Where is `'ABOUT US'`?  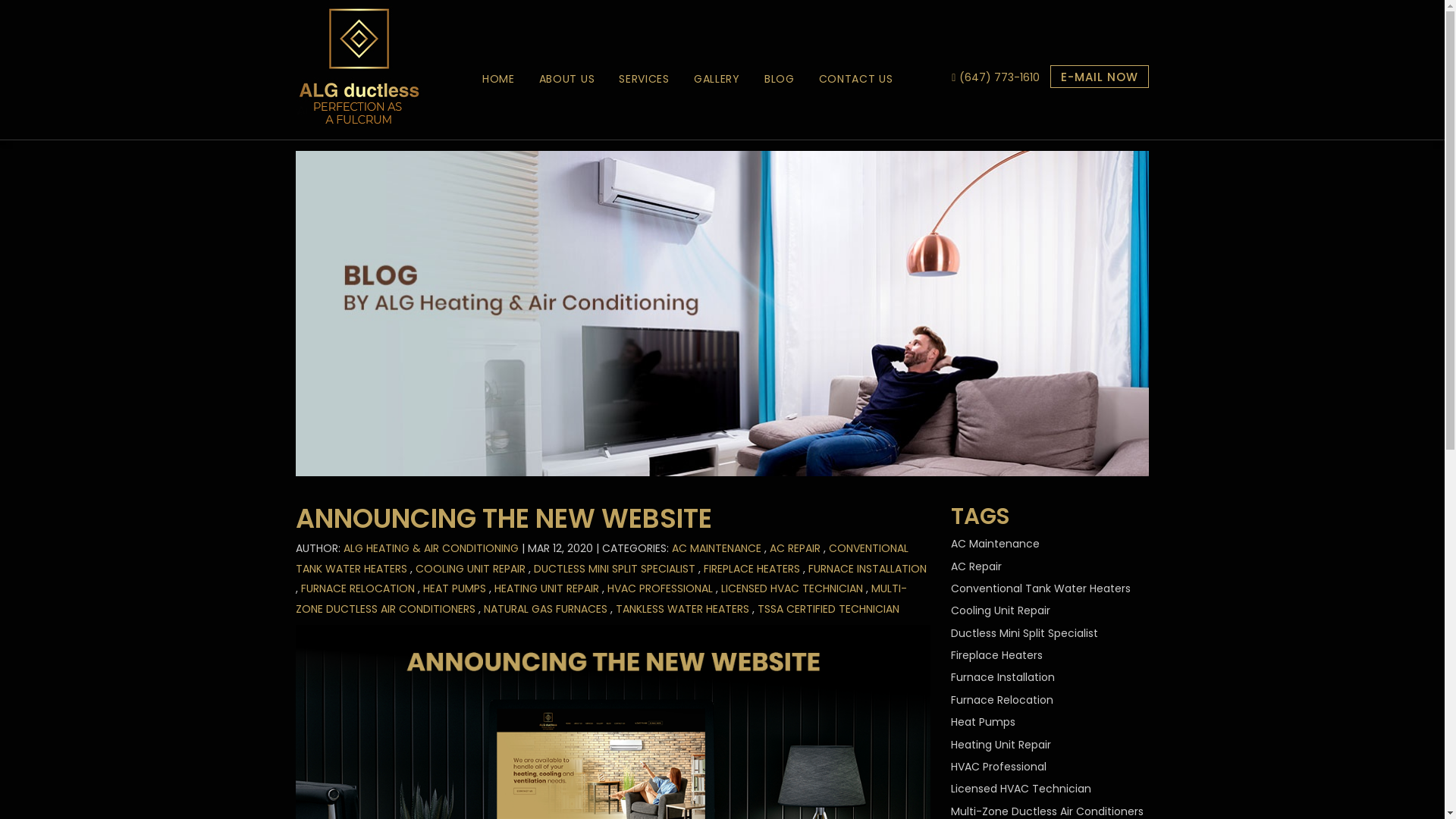
'ABOUT US' is located at coordinates (527, 79).